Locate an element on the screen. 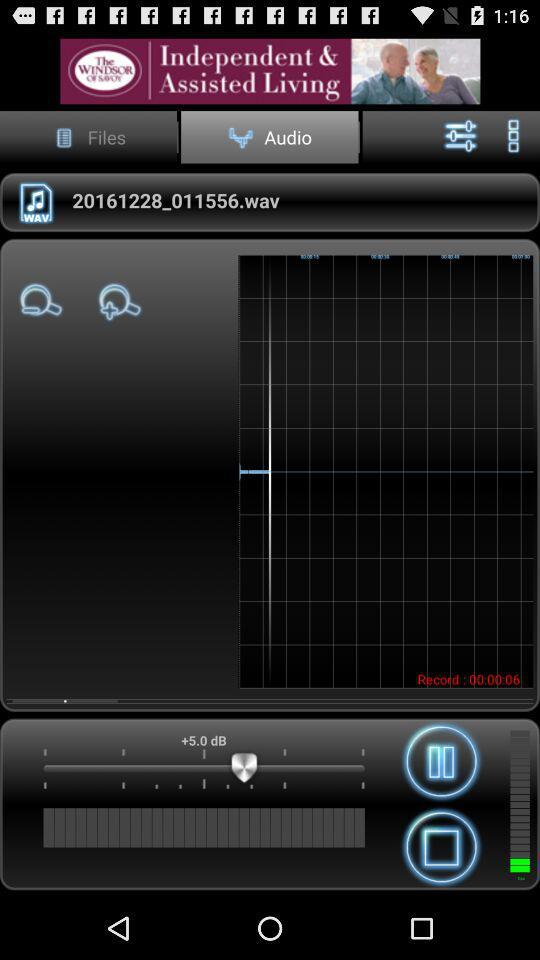 The height and width of the screenshot is (960, 540). the sliders icon is located at coordinates (461, 144).